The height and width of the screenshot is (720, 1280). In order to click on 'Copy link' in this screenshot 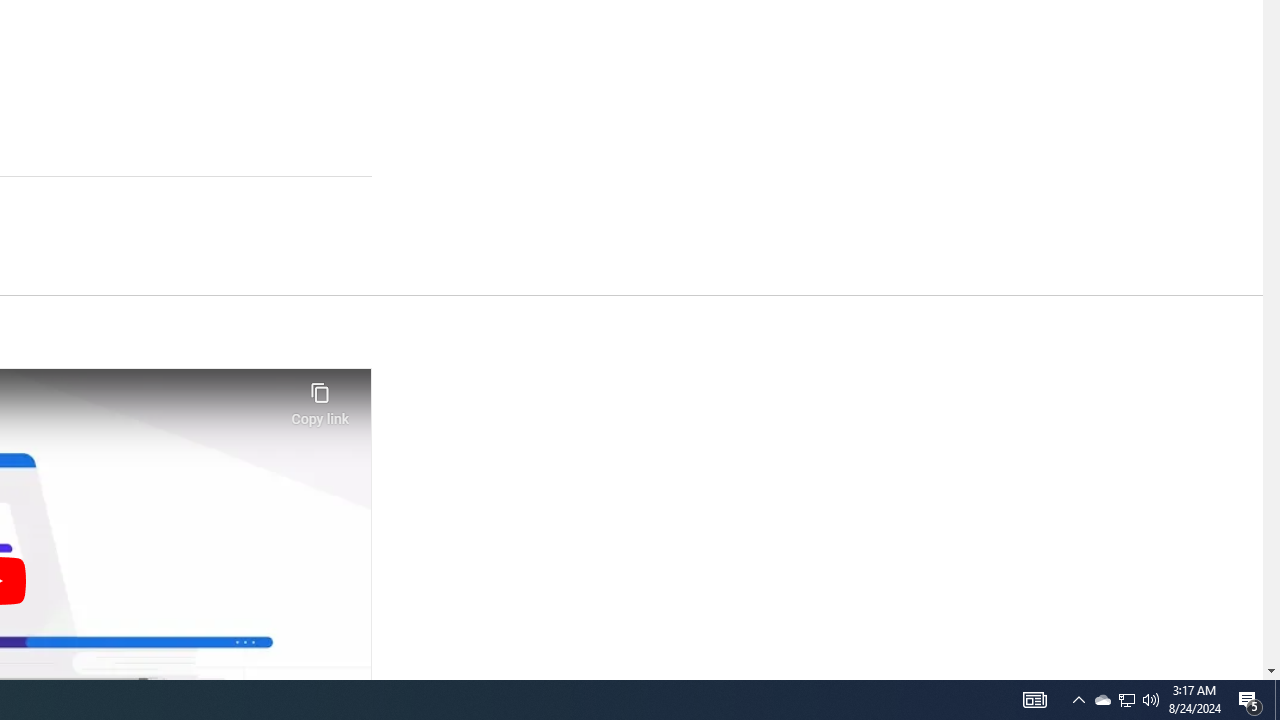, I will do `click(320, 398)`.